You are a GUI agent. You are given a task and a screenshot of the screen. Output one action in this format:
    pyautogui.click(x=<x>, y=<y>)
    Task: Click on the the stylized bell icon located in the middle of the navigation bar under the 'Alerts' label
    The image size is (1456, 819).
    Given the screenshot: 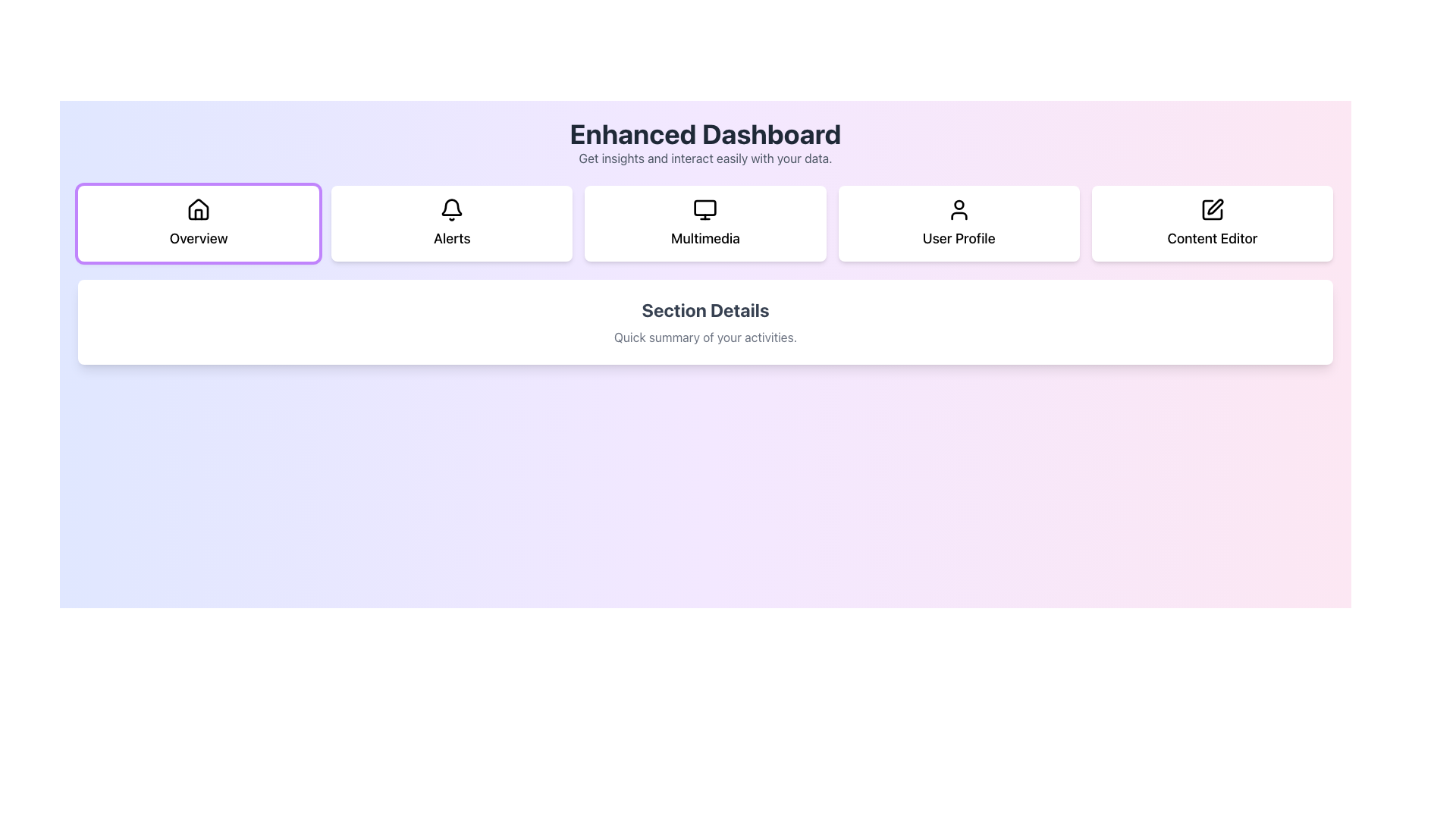 What is the action you would take?
    pyautogui.click(x=451, y=207)
    